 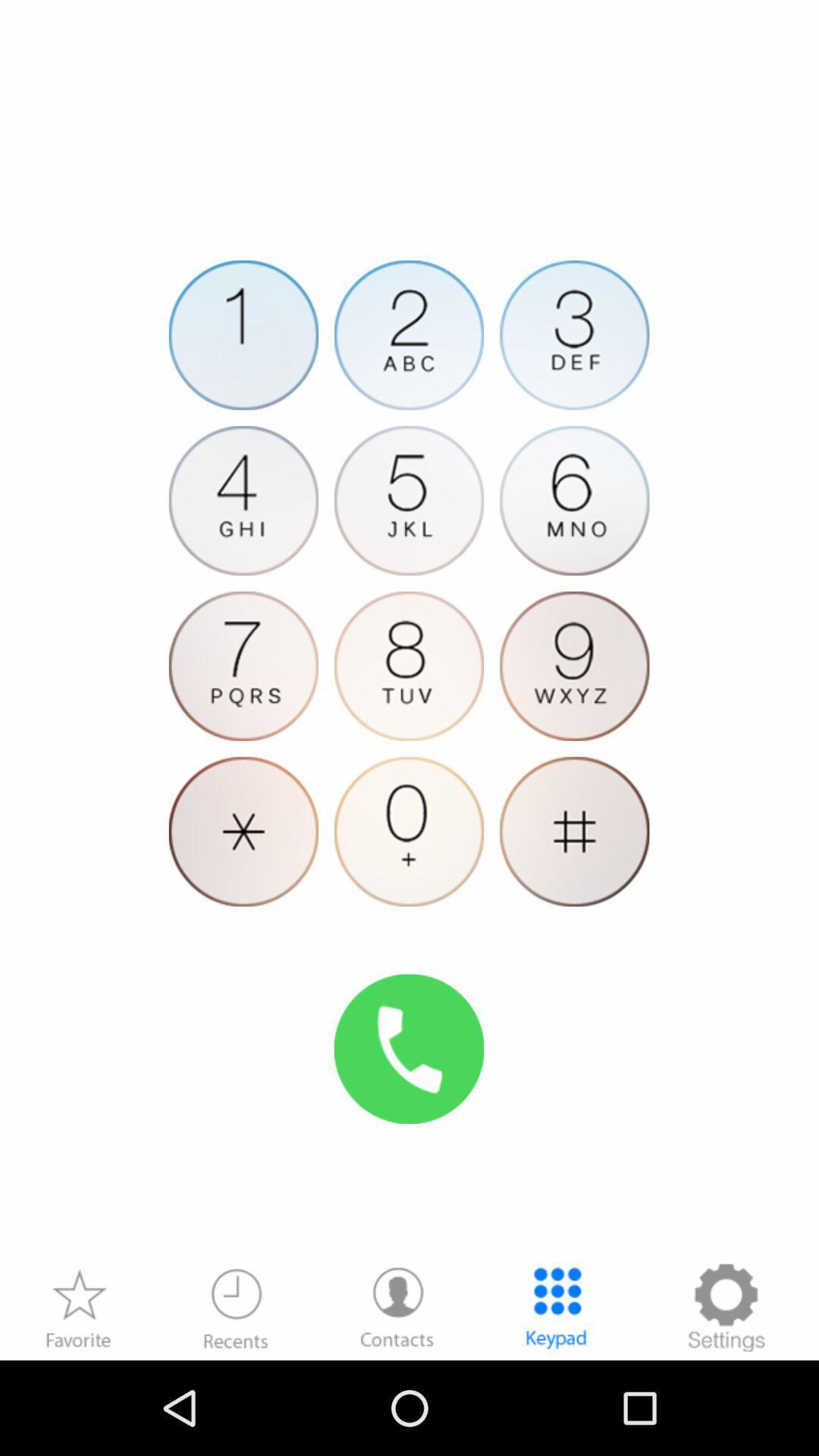 I want to click on the photo icon, so click(x=574, y=535).